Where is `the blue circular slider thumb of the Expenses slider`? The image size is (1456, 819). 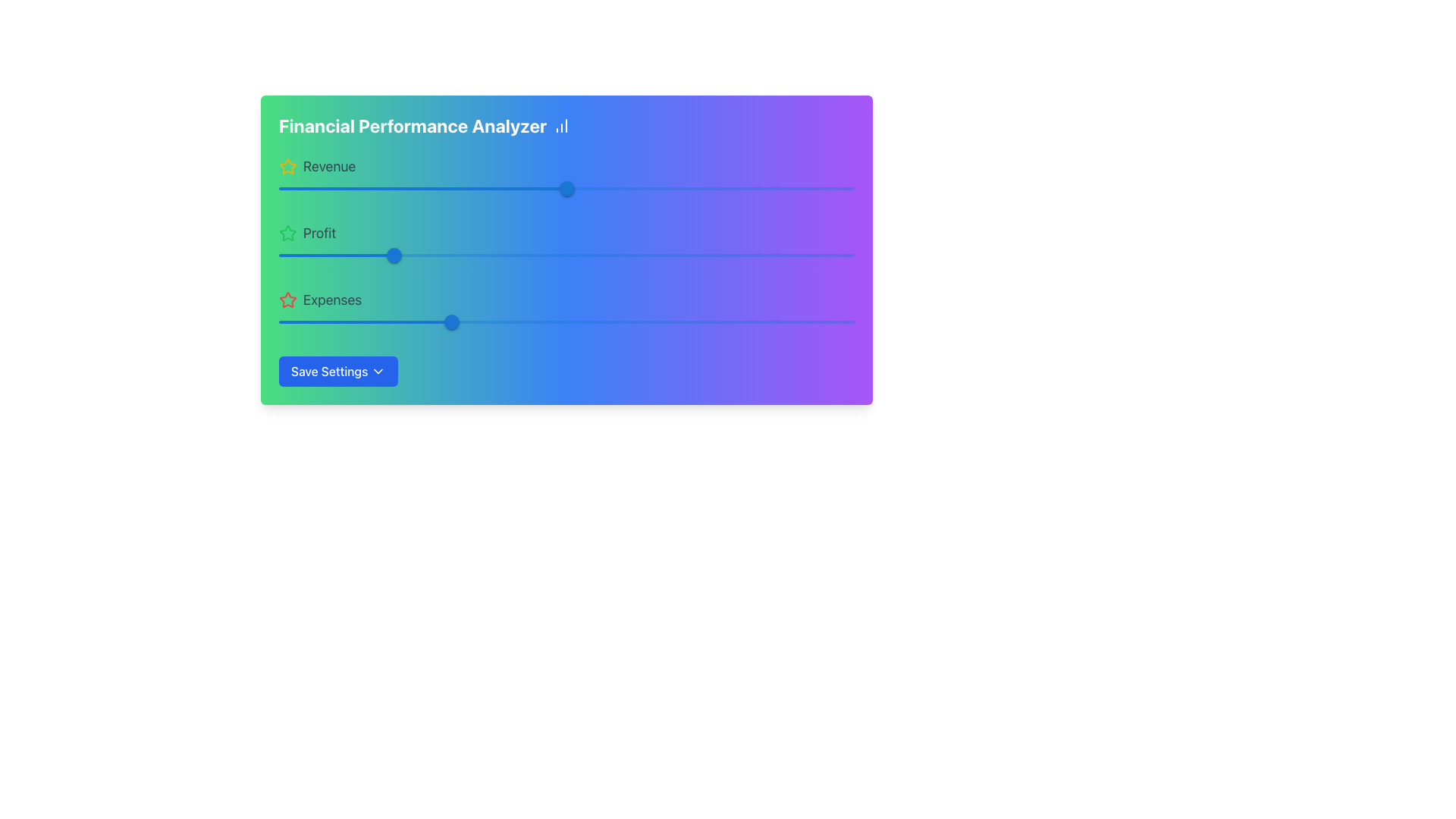
the blue circular slider thumb of the Expenses slider is located at coordinates (450, 321).